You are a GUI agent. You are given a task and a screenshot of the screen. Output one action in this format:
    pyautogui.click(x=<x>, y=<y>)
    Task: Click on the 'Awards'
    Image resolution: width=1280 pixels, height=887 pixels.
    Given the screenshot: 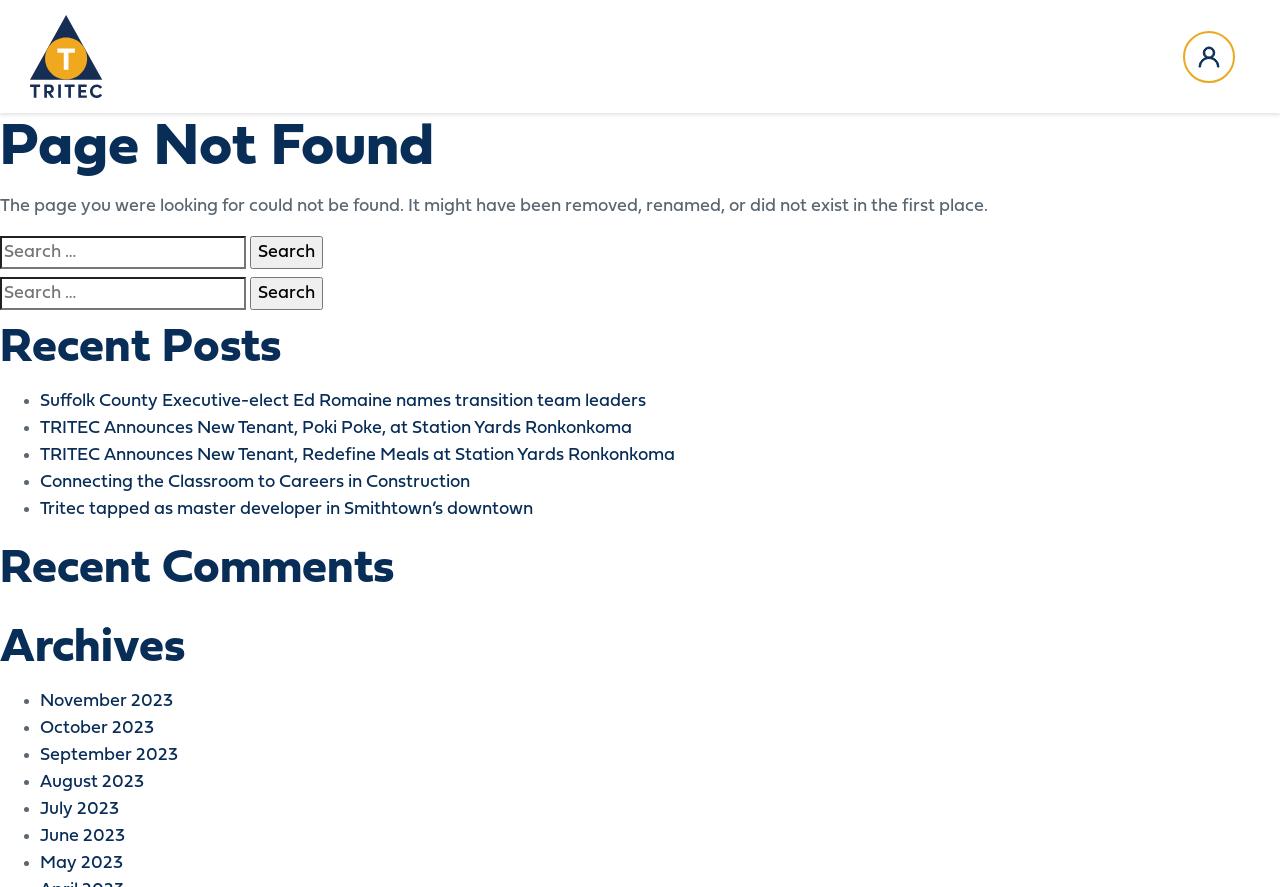 What is the action you would take?
    pyautogui.click(x=294, y=137)
    